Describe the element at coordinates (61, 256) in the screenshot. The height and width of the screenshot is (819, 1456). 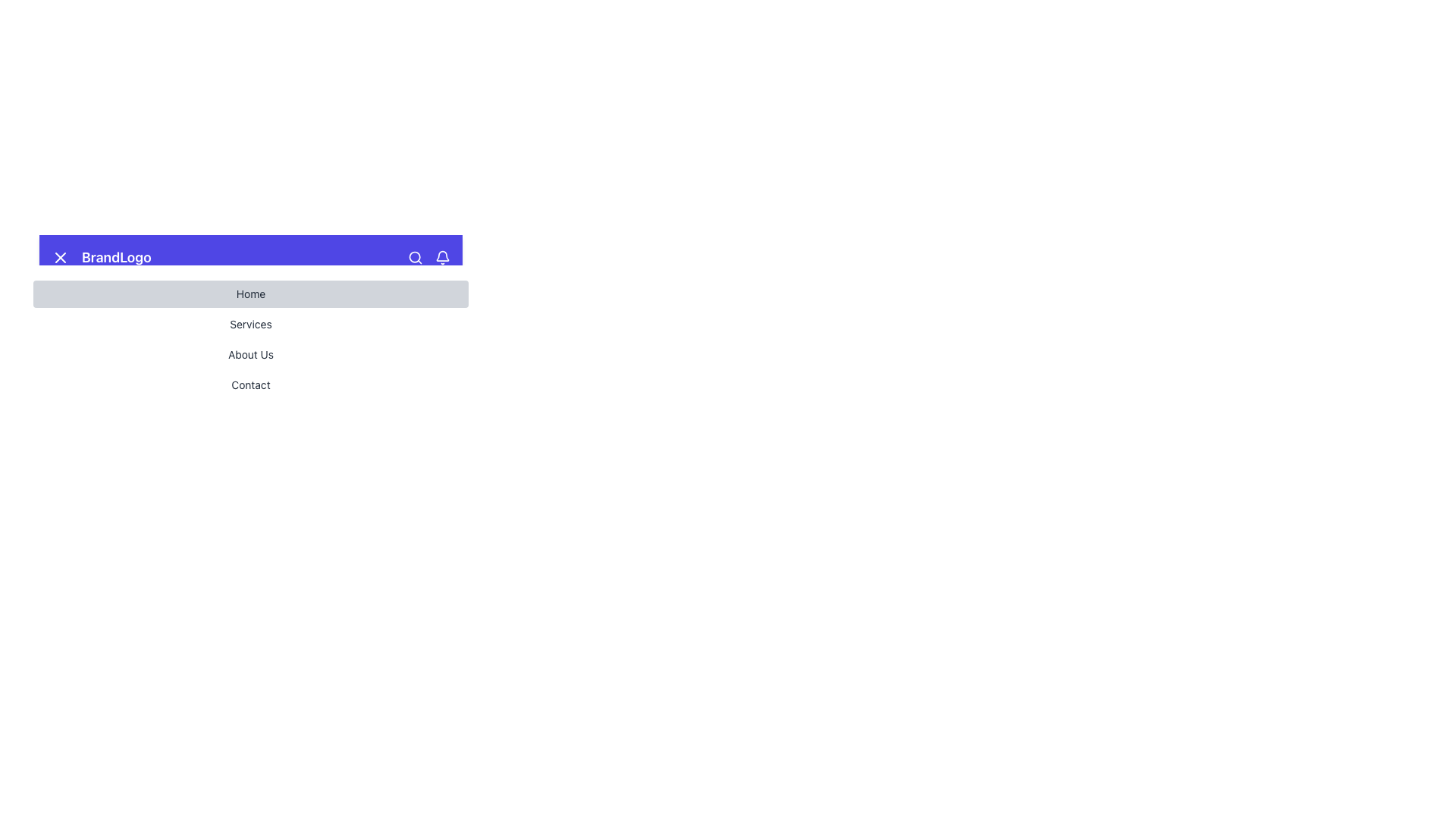
I see `the Interactive icon located in the navigation bar, which functions as a close or cancel button` at that location.